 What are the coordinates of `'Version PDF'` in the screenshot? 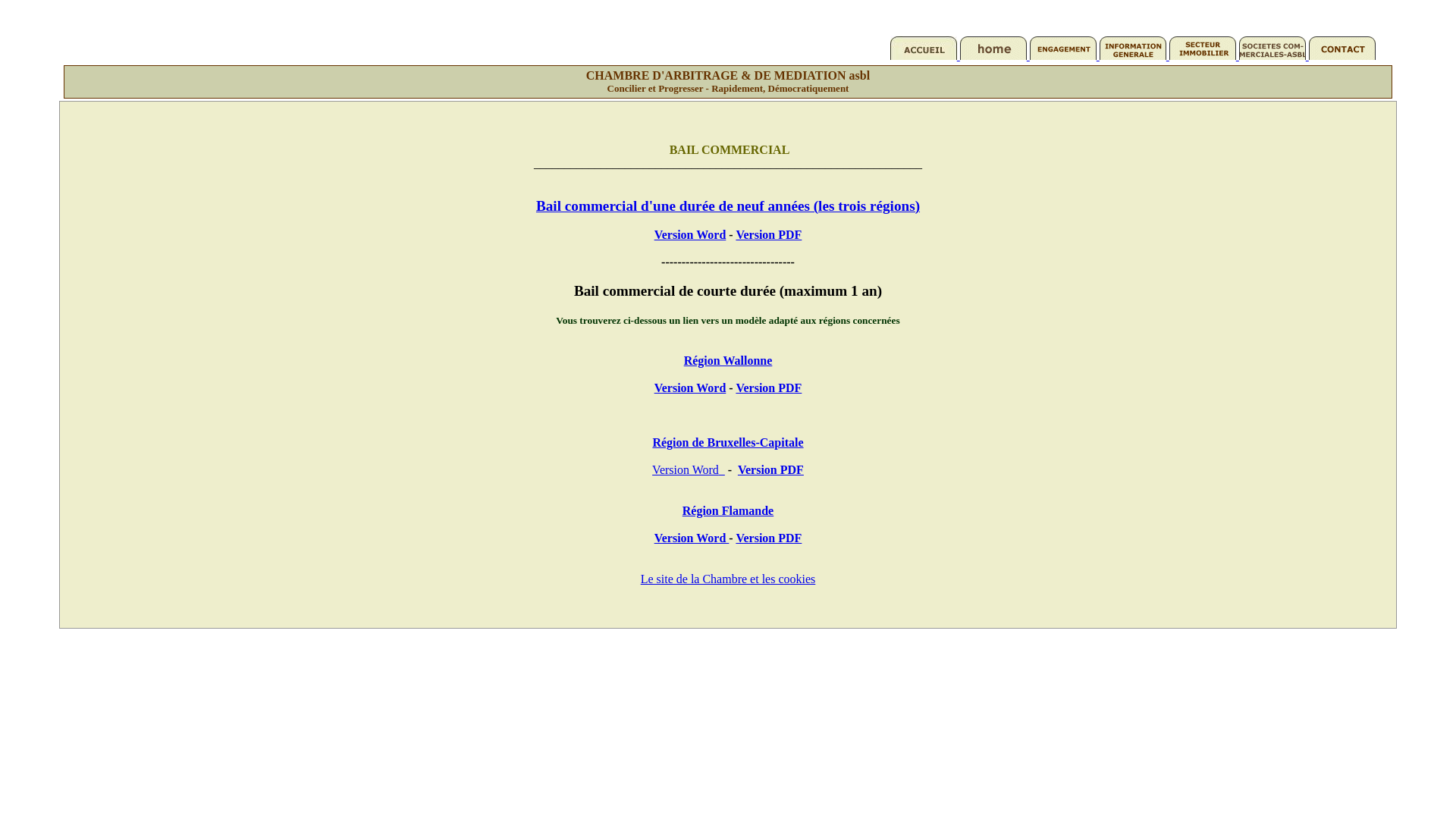 It's located at (768, 234).